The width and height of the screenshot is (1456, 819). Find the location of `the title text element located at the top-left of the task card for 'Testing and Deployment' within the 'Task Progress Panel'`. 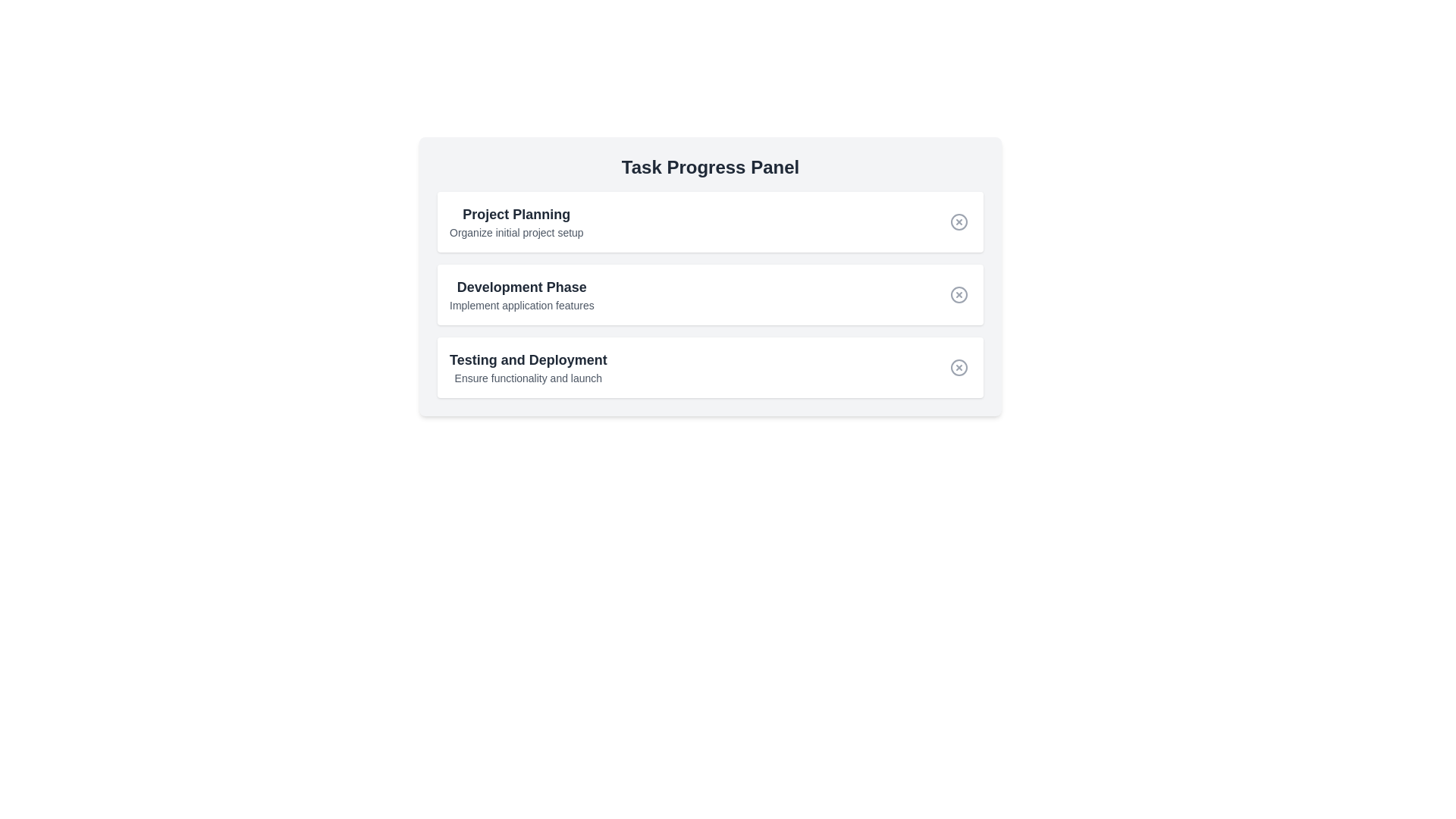

the title text element located at the top-left of the task card for 'Testing and Deployment' within the 'Task Progress Panel' is located at coordinates (528, 359).